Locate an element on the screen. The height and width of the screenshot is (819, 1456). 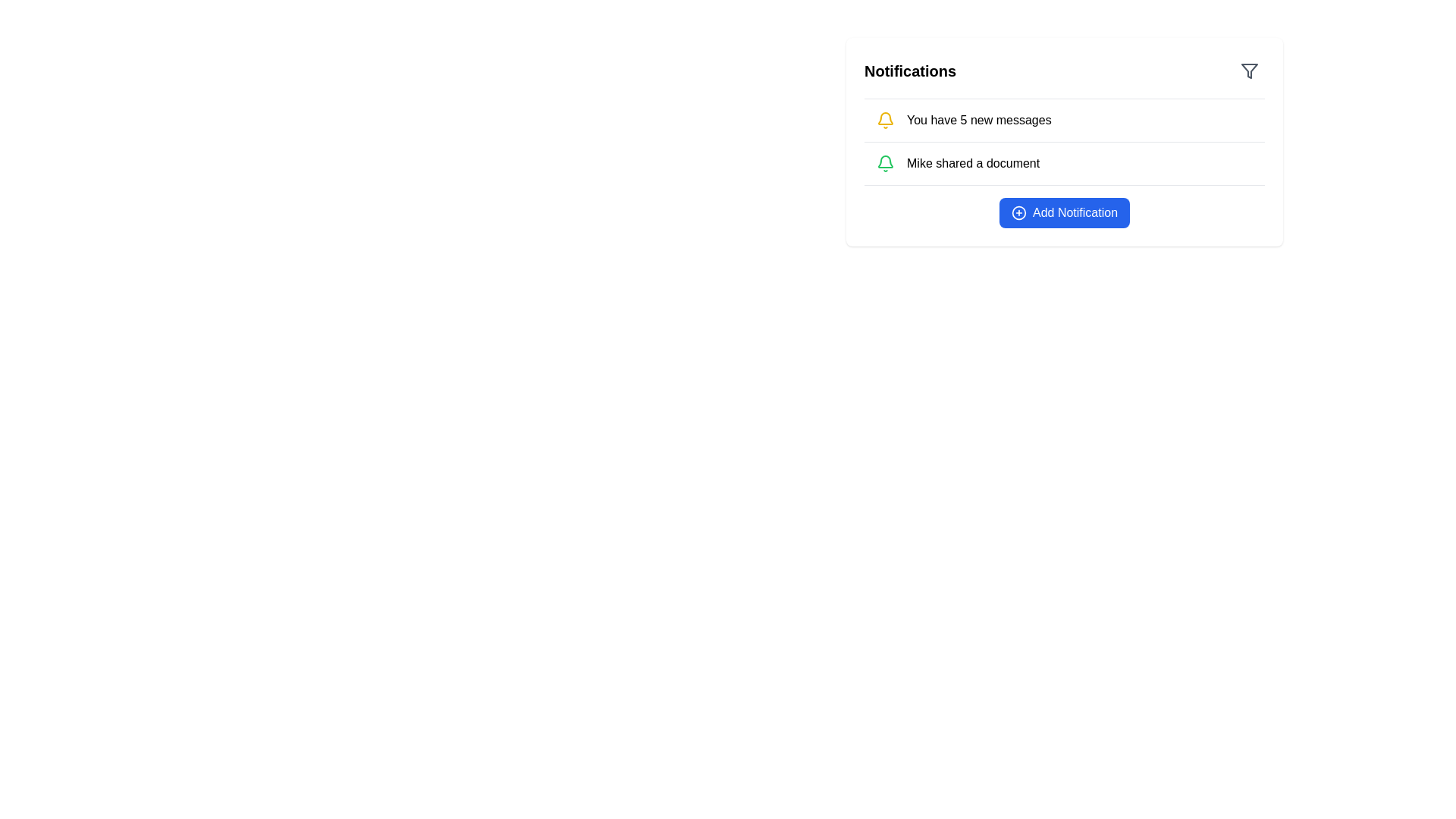
the Header text element that displays 'Notifications' to indicate the purpose of the section is located at coordinates (910, 71).